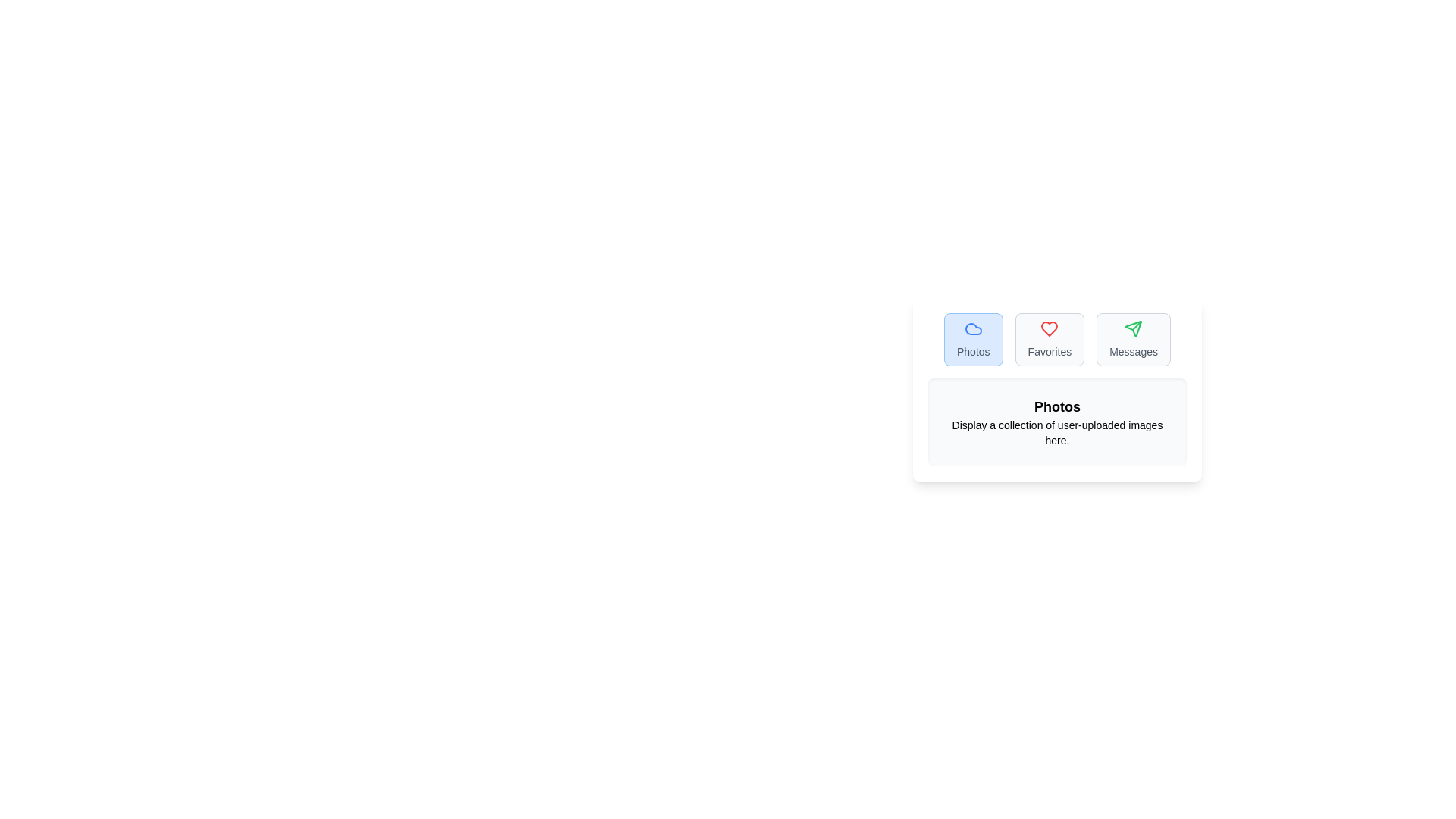  What do you see at coordinates (973, 328) in the screenshot?
I see `the decorative cloud icon for the 'Photos' button, which is located at the top-center of the button, suggesting storage or online availability` at bounding box center [973, 328].